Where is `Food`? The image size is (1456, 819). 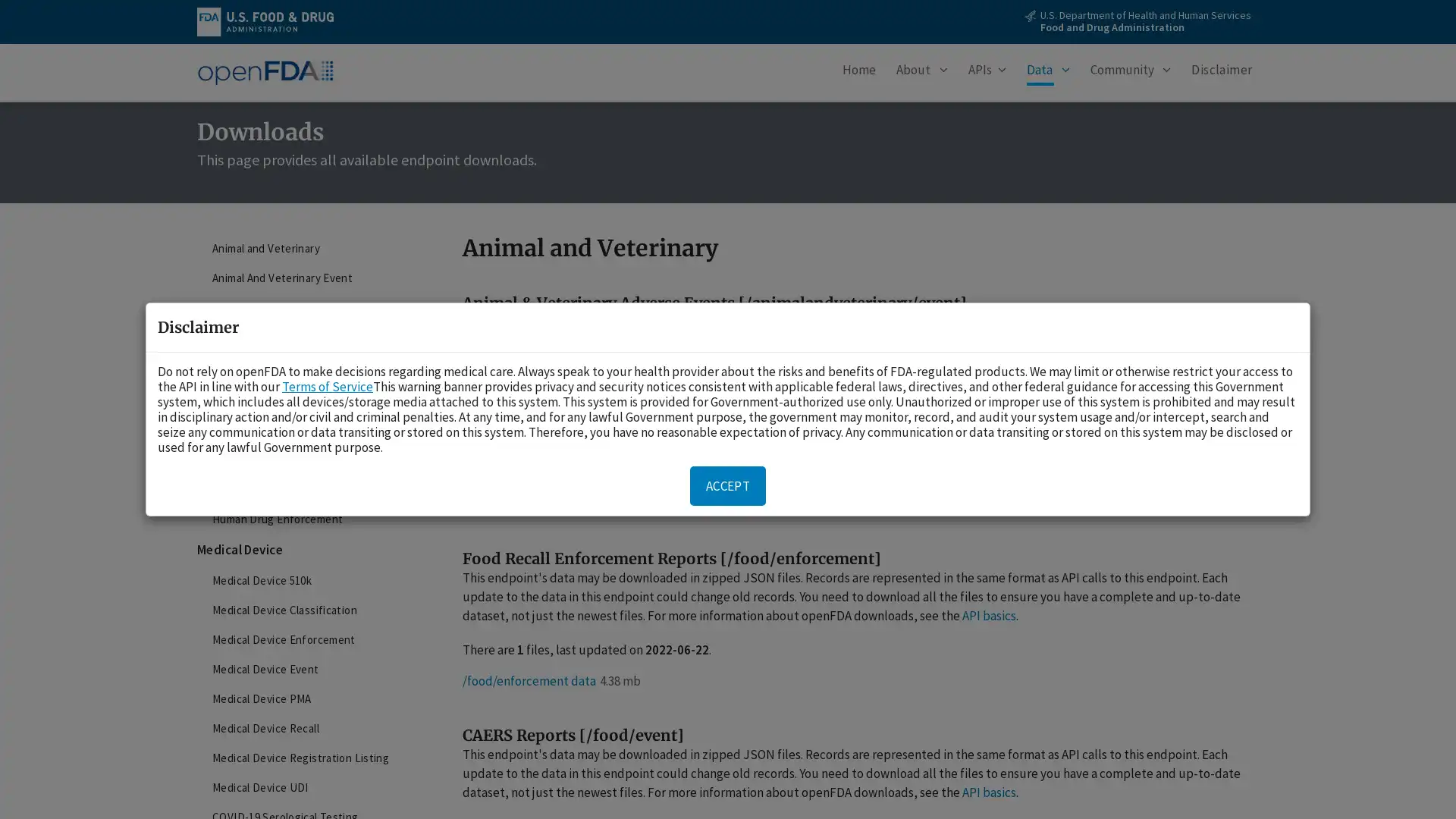 Food is located at coordinates (309, 308).